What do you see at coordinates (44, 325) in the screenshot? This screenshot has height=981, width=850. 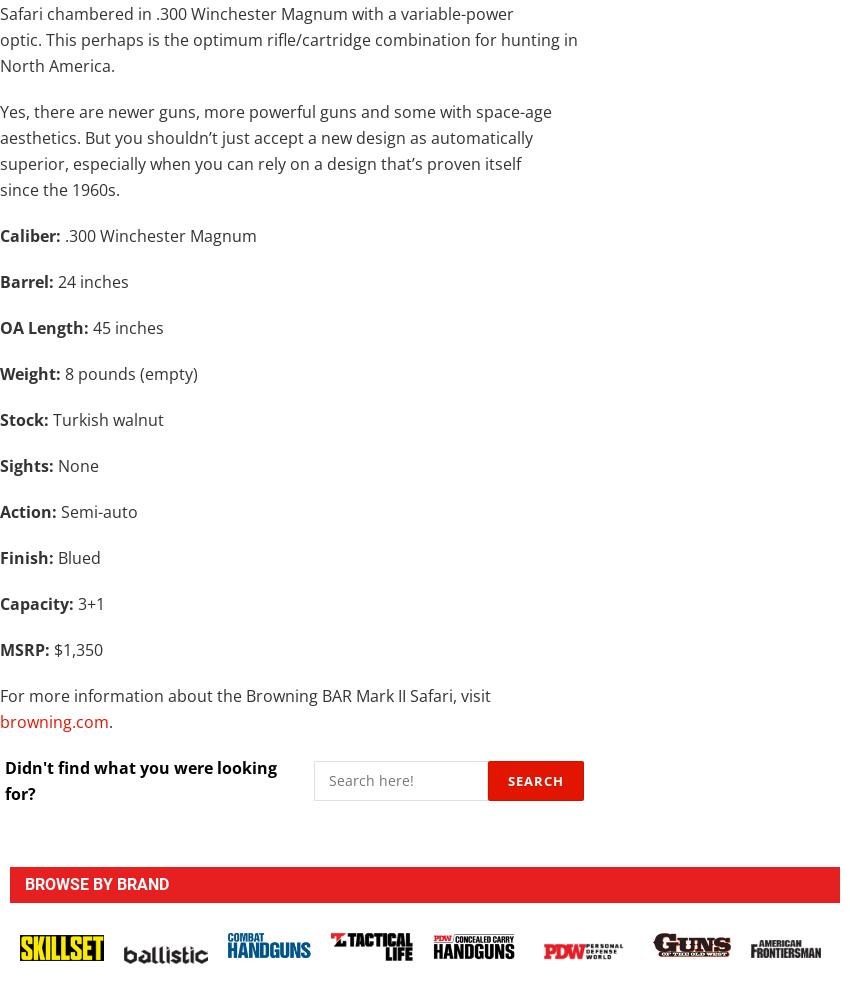 I see `'OA Length:'` at bounding box center [44, 325].